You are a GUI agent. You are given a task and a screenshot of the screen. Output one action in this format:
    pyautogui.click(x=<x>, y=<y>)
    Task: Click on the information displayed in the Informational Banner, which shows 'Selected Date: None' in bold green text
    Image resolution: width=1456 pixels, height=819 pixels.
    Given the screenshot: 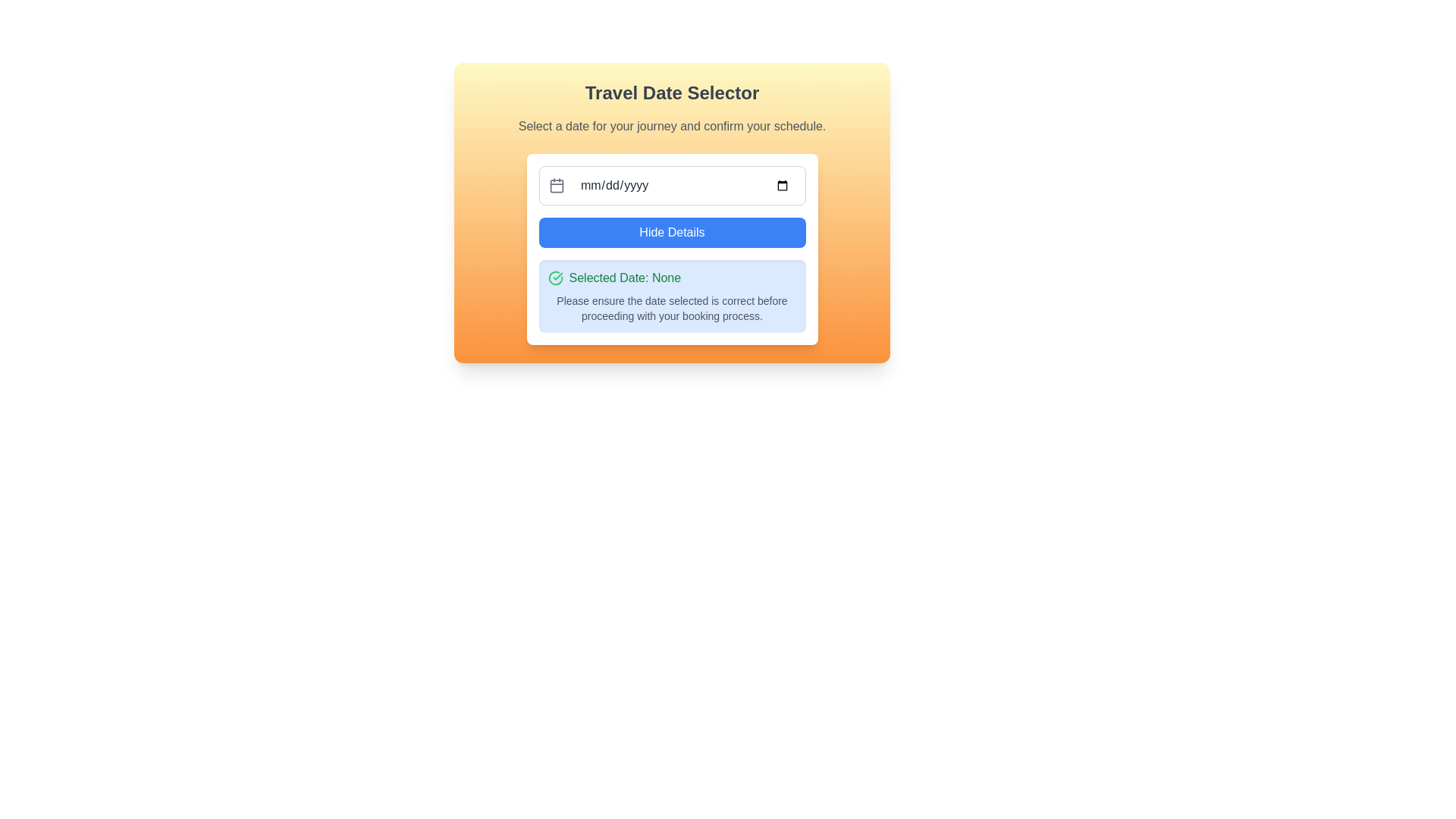 What is the action you would take?
    pyautogui.click(x=671, y=296)
    